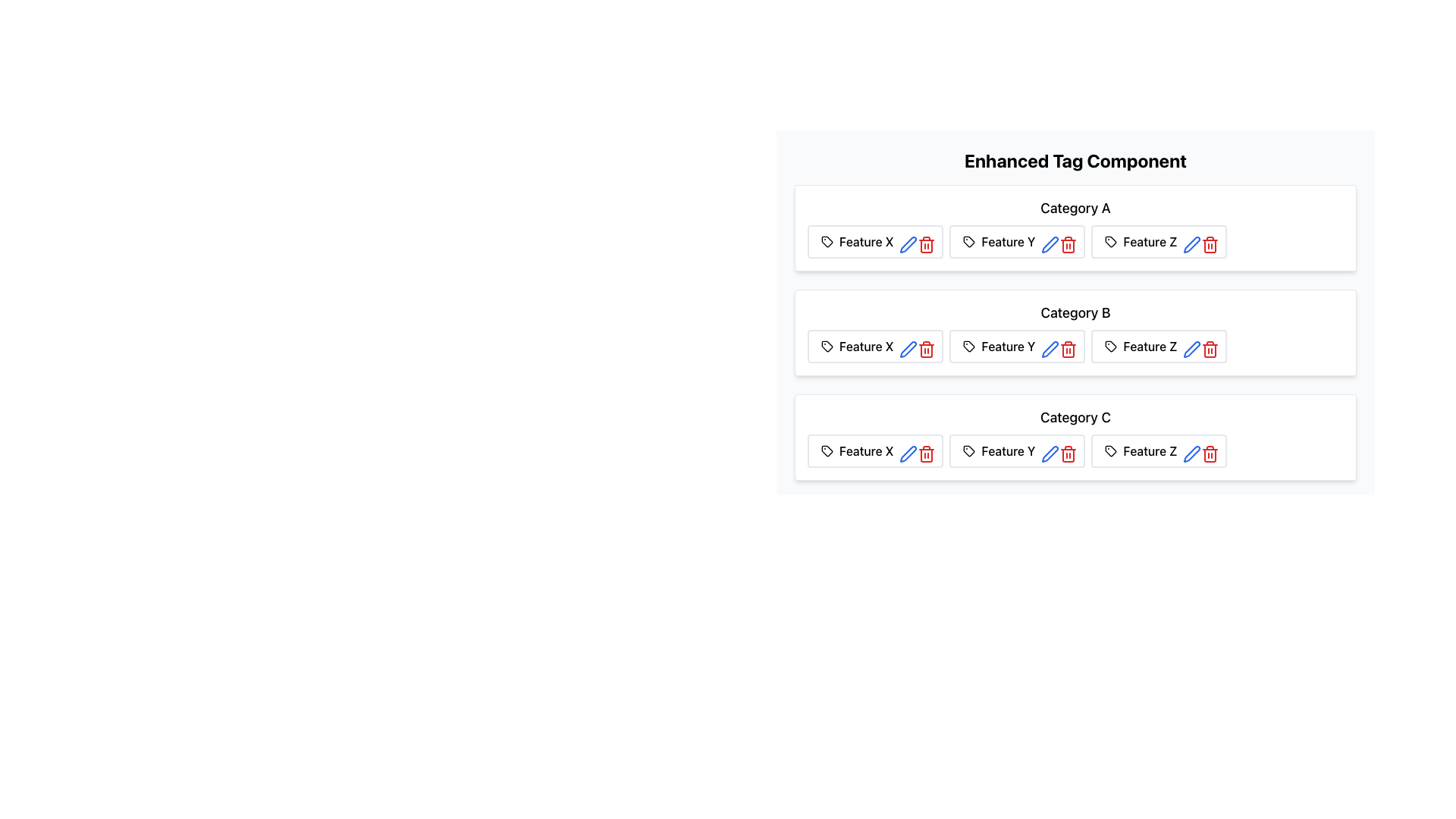 The height and width of the screenshot is (819, 1456). What do you see at coordinates (968, 345) in the screenshot?
I see `the SVG graphic icon indicating 'Feature Y' in the second row (Category B) of the interface` at bounding box center [968, 345].